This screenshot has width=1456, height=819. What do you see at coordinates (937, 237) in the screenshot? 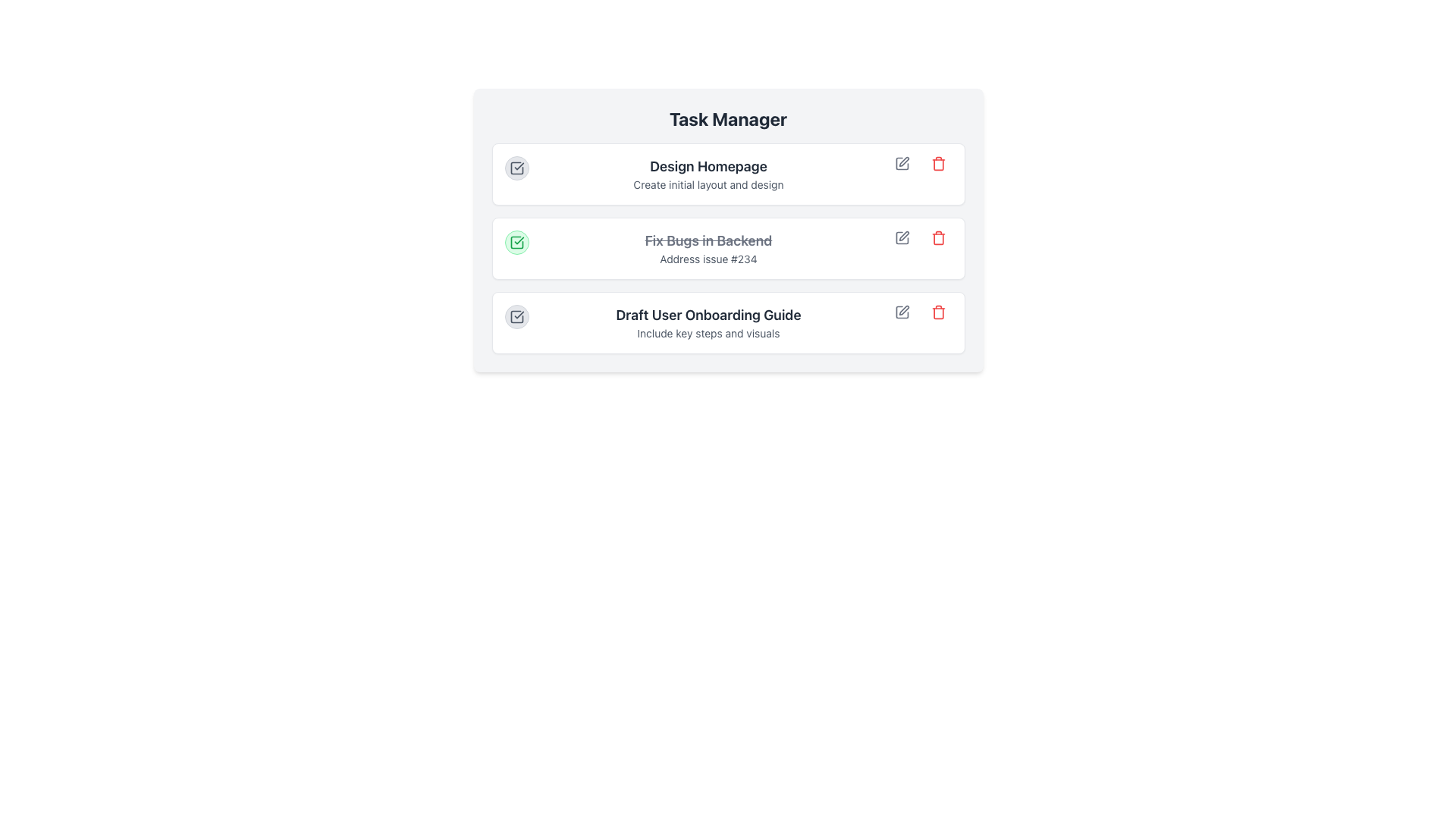
I see `the trash icon outlined in red, located in the second row of the task list next to the task titled 'Fix Bugs in Backend'` at bounding box center [937, 237].